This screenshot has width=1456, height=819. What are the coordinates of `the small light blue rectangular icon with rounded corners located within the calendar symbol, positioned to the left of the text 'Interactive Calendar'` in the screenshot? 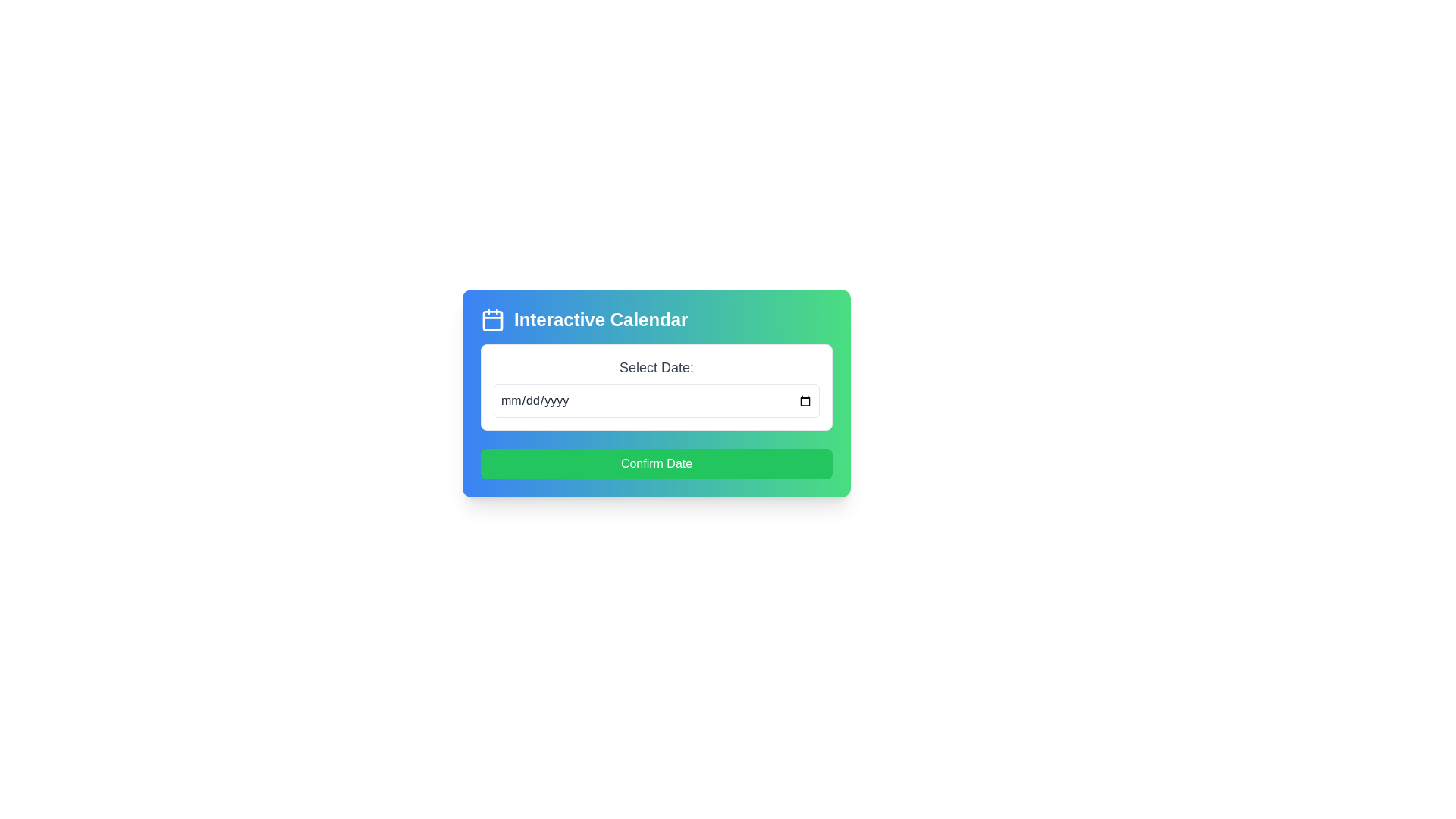 It's located at (492, 320).